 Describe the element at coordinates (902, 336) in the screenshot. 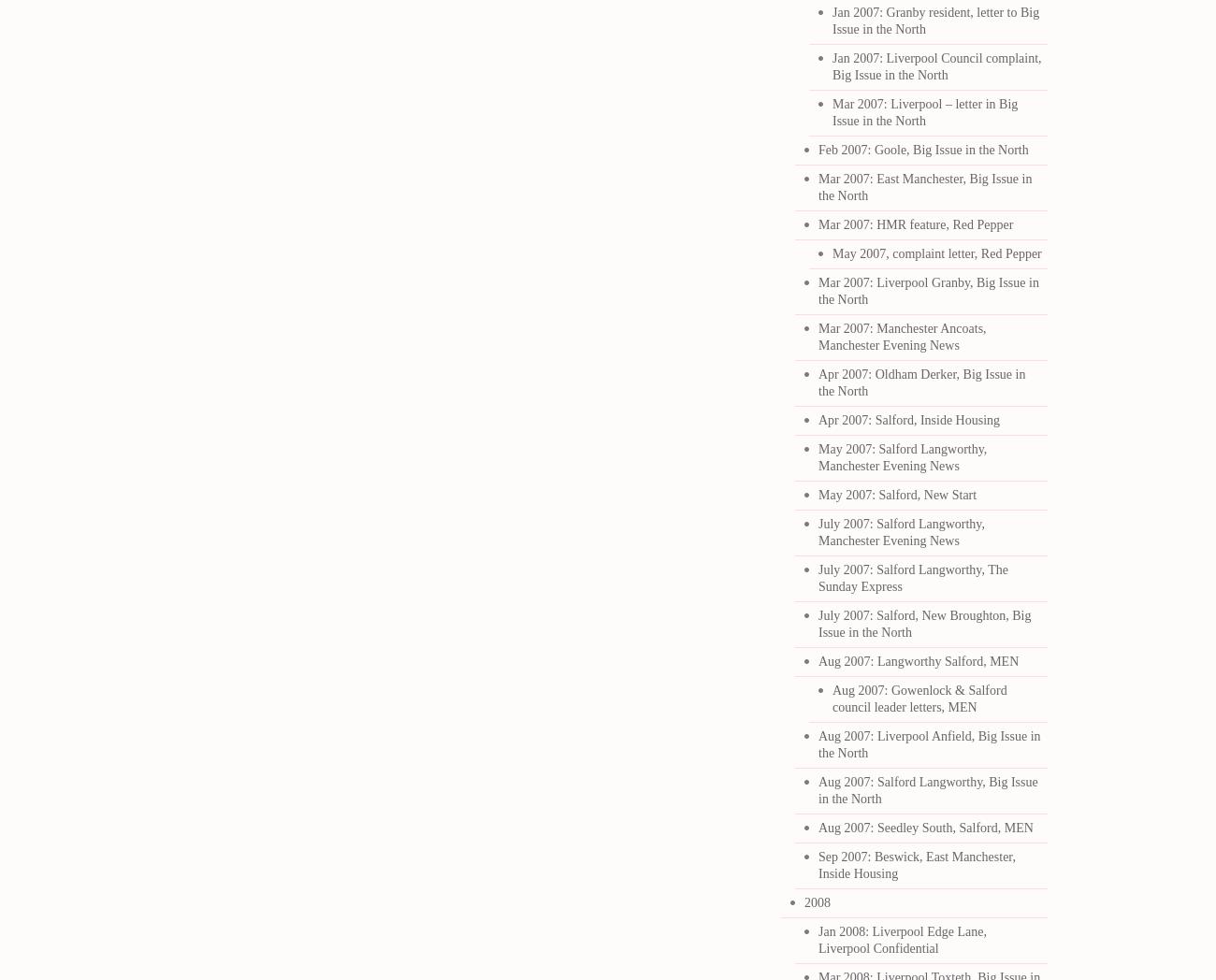

I see `'Mar 2007: Manchester Ancoats, Manchester Evening News'` at that location.